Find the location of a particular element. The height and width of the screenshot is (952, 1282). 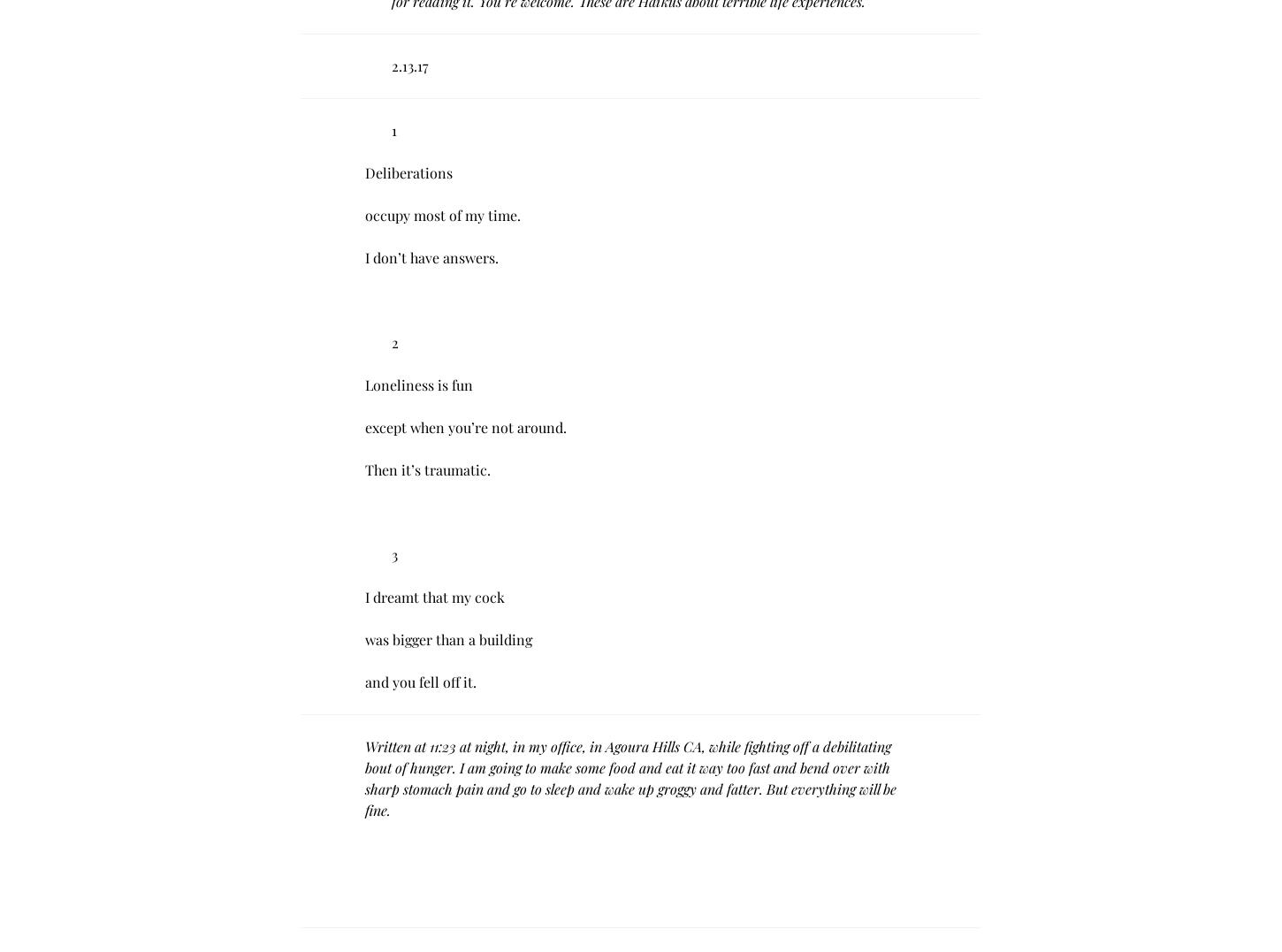

'Loneliness is fun' is located at coordinates (418, 384).